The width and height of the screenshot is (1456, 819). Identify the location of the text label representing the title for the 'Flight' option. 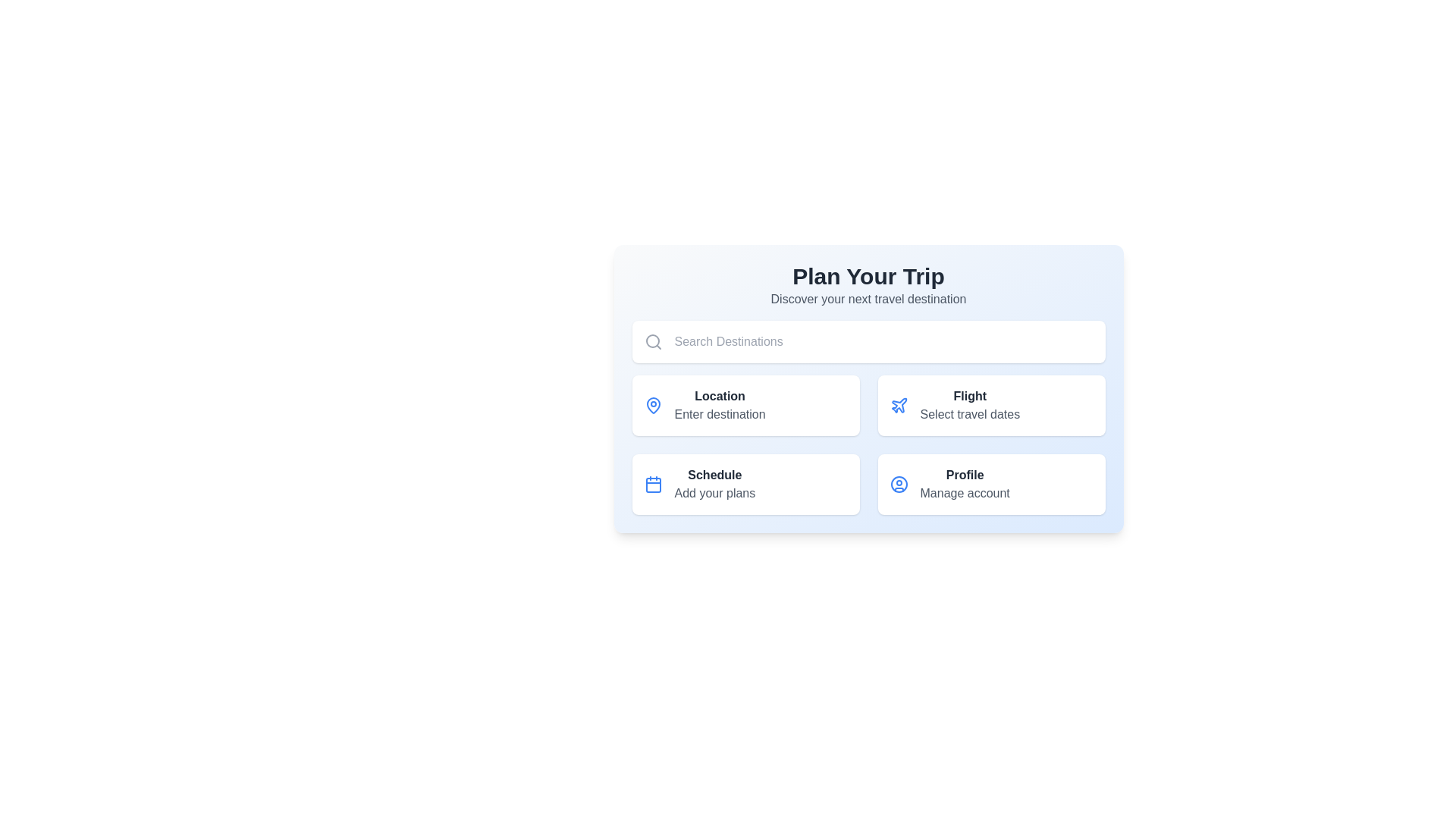
(969, 396).